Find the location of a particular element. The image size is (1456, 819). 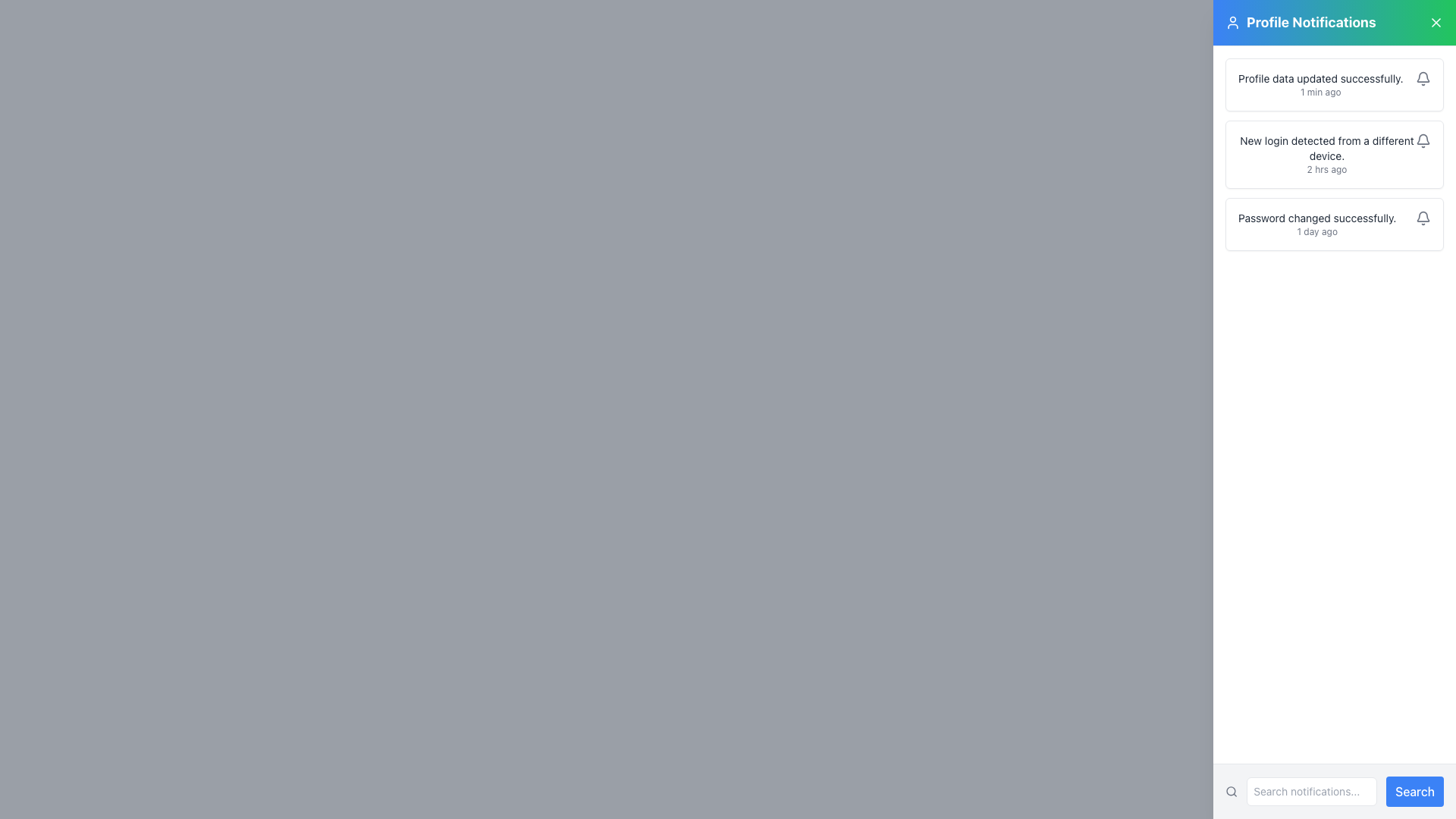

the small square button featuring an 'X' icon in white, located at the top-right corner of the green gradient header bar is located at coordinates (1436, 23).